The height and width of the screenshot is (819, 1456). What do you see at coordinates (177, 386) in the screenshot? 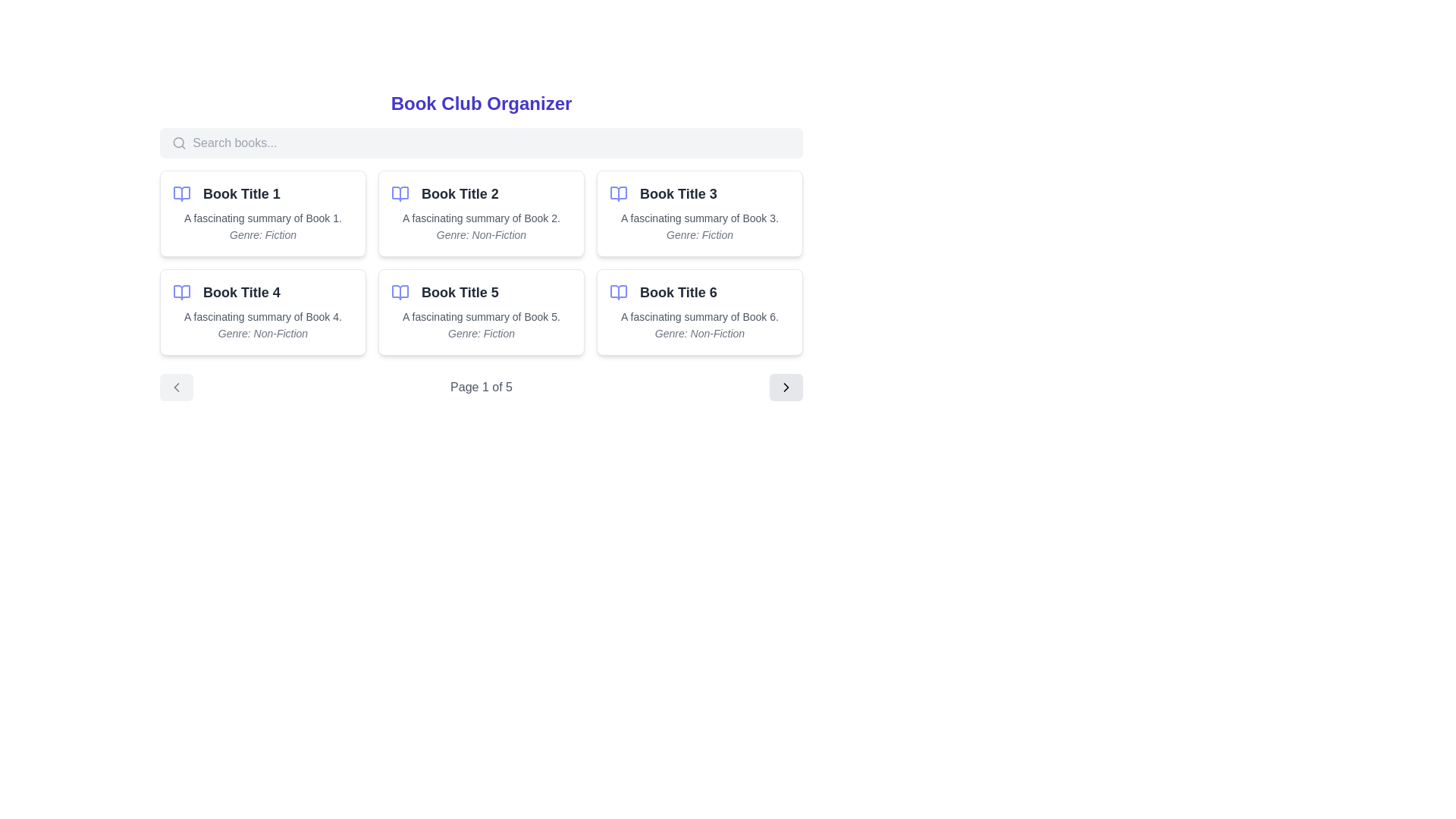
I see `the left-pointing chevron icon within the rounded square button at the bottom-left of the content section` at bounding box center [177, 386].